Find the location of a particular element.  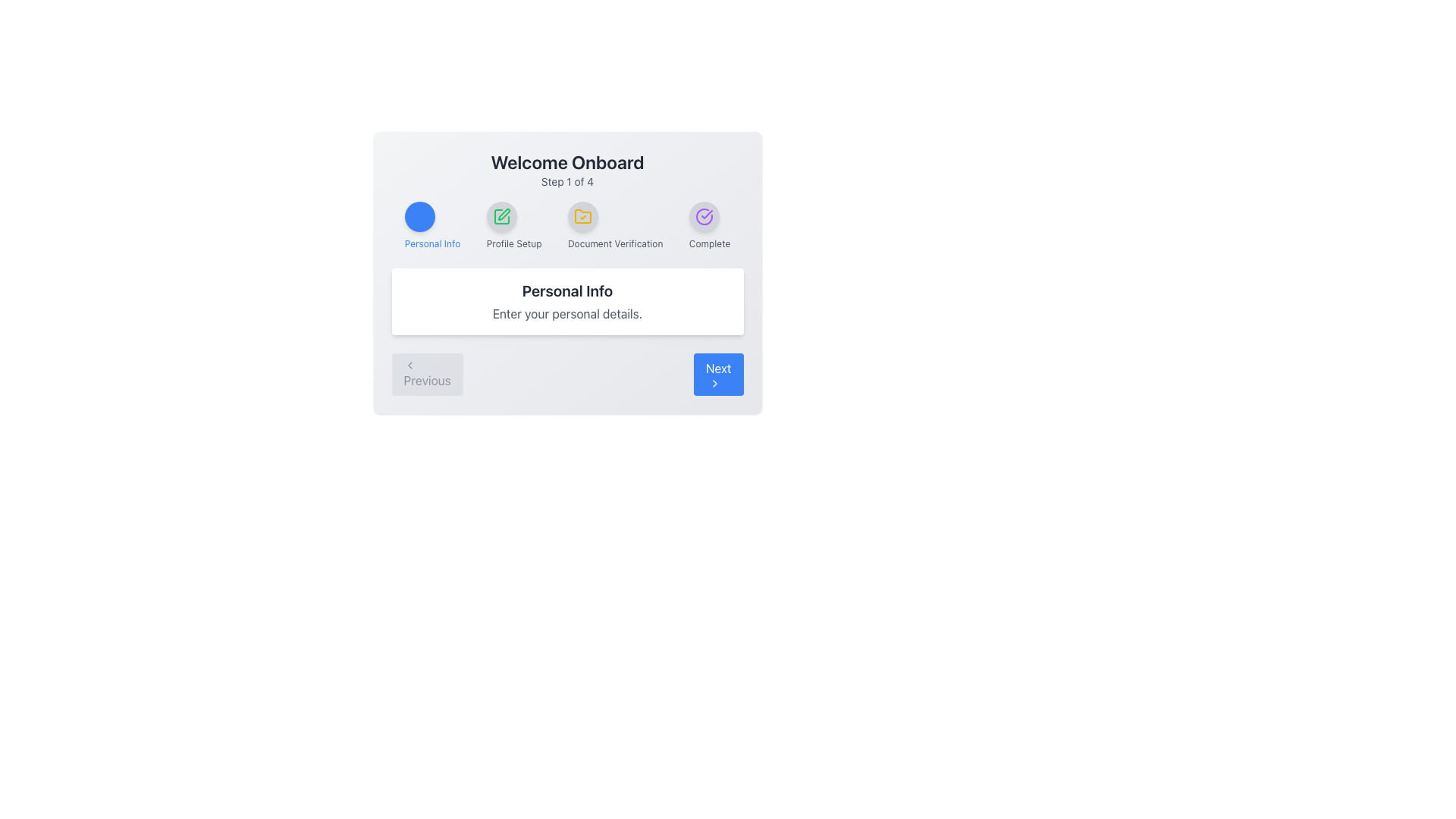

the 'Document Verification' icon, which is the third icon in the horizontal navigation steps at the top of the interface, visually indicating the current onboarding stage is located at coordinates (582, 216).